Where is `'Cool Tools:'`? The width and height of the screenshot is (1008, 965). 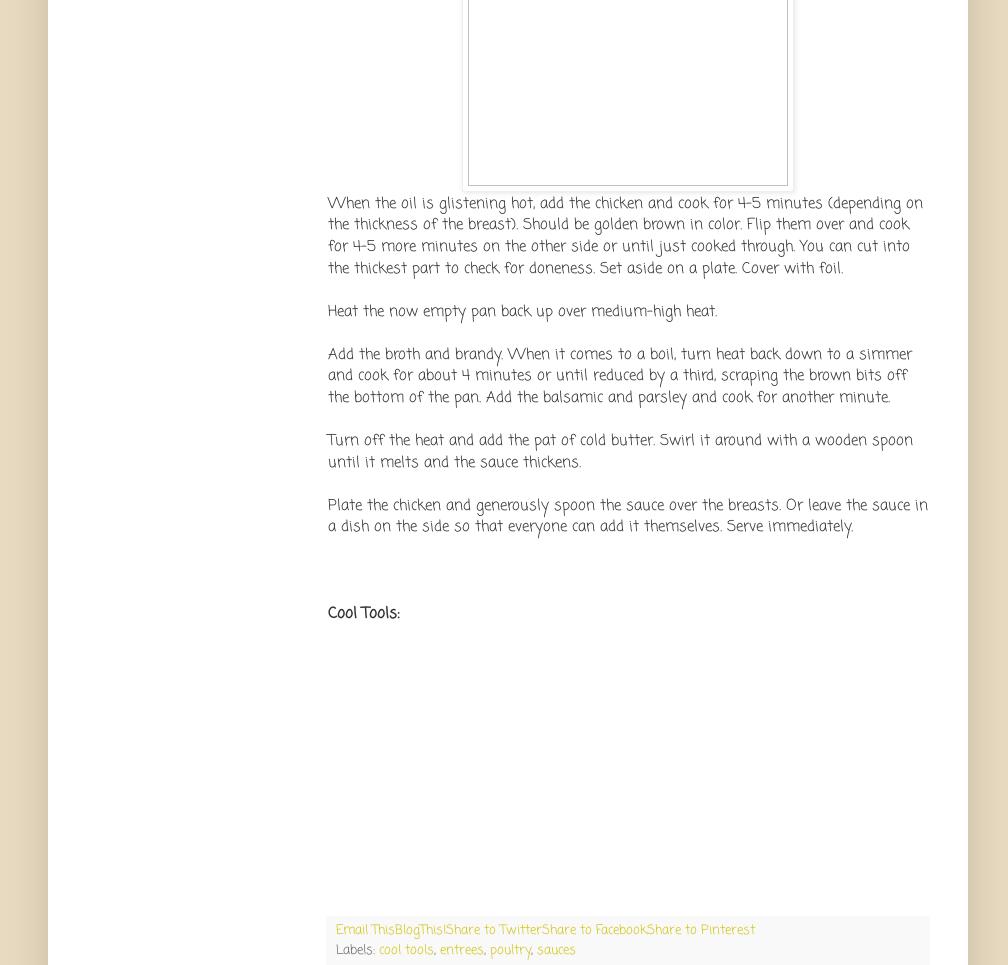
'Cool Tools:' is located at coordinates (363, 611).